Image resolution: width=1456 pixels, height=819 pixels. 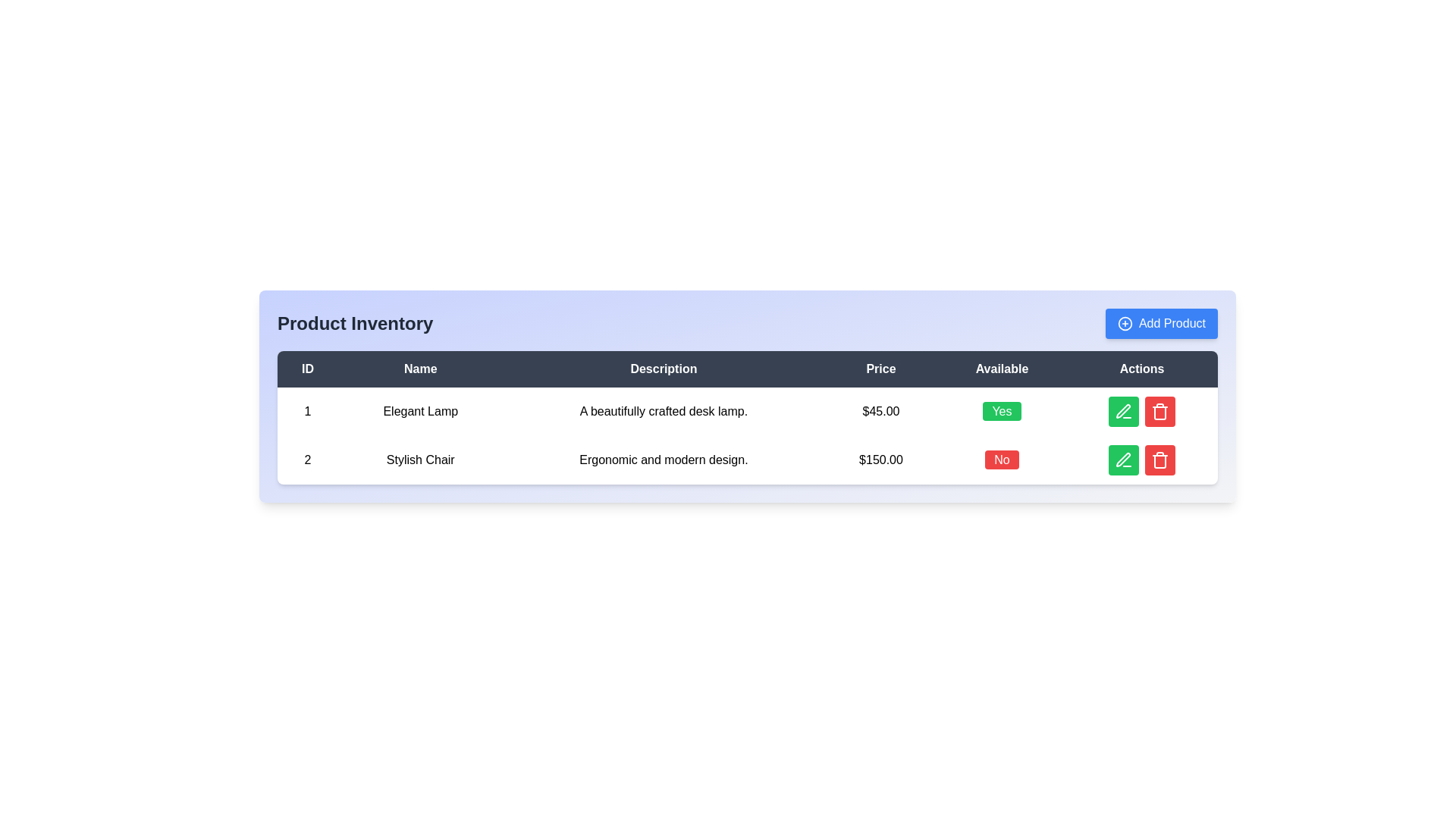 I want to click on the text label displaying 'Elegant Lamp' in the 'Name' column of the product table, located in the first row, second column, so click(x=420, y=412).